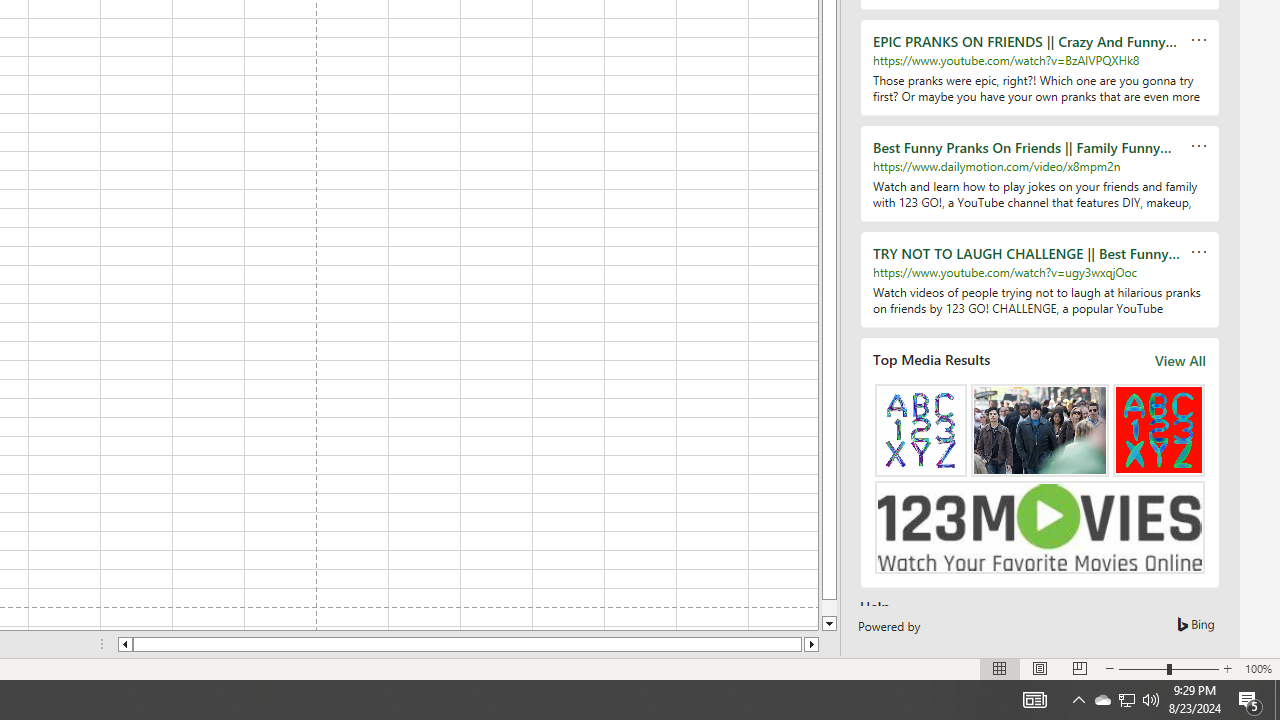  Describe the element at coordinates (829, 623) in the screenshot. I see `'Line down'` at that location.